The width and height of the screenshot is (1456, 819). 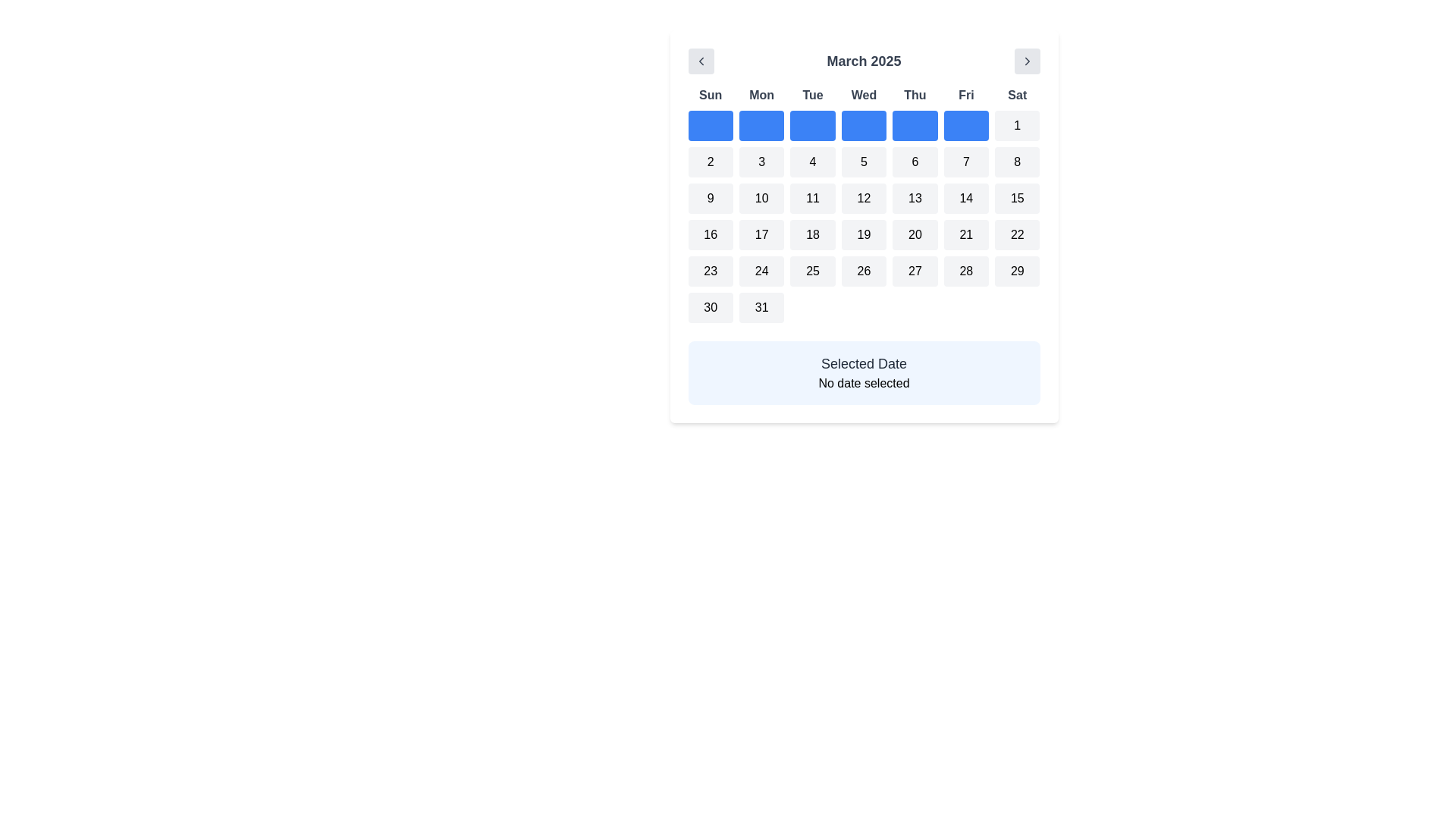 I want to click on the rounded rectangular button labeled '29' with a light gray background, located in the sixth row and seventh column of the calendar grid under 'Sat', so click(x=1017, y=271).